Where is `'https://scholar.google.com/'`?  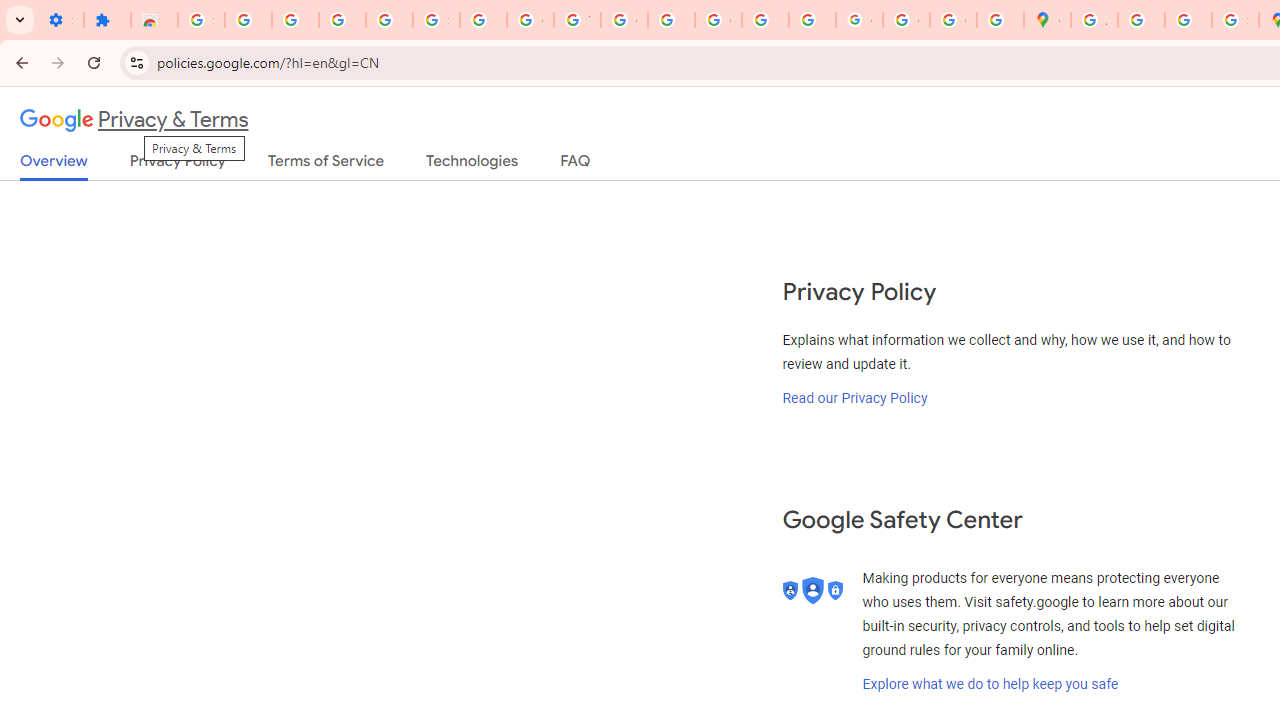 'https://scholar.google.com/' is located at coordinates (671, 20).